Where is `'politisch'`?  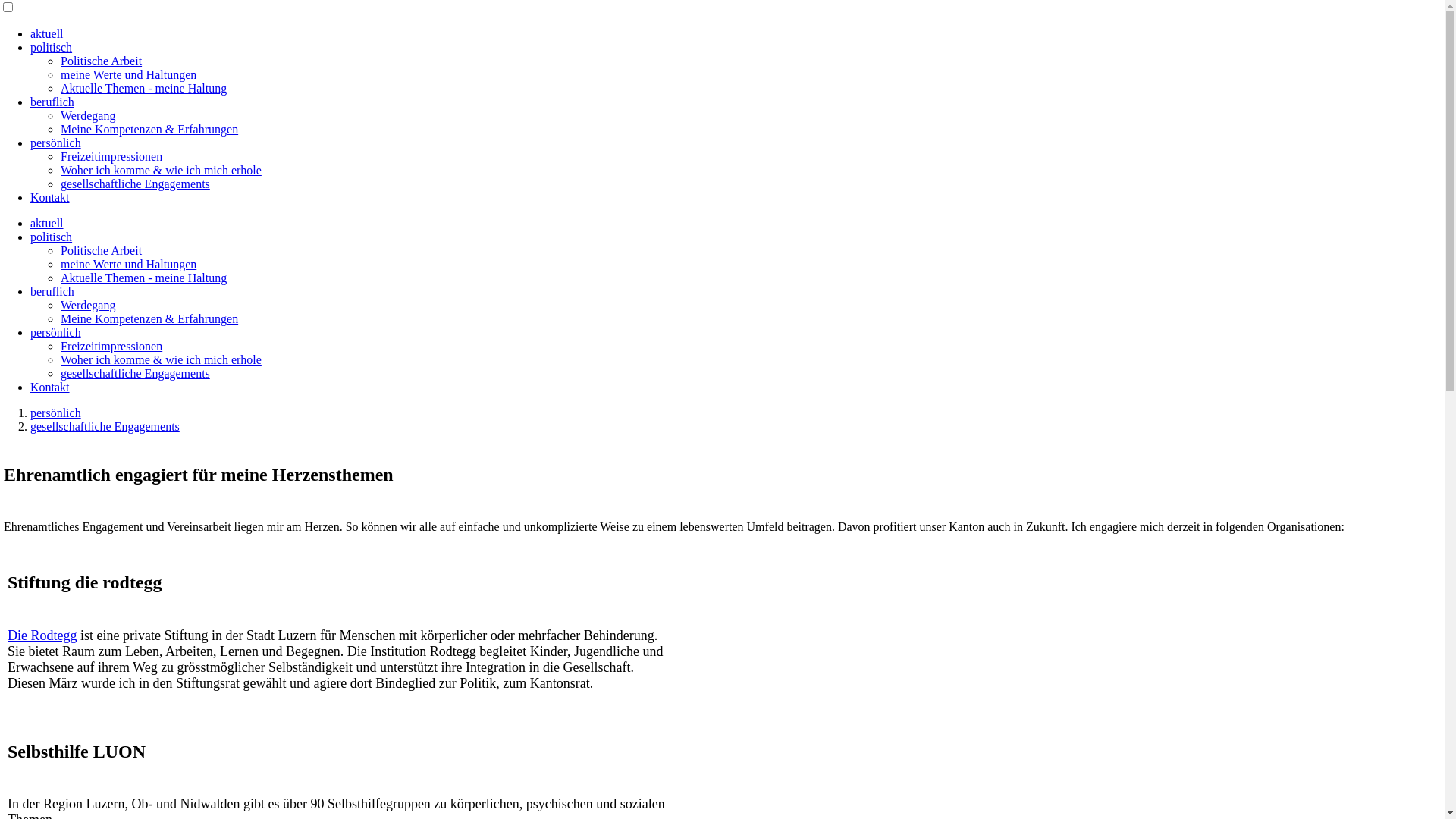 'politisch' is located at coordinates (51, 46).